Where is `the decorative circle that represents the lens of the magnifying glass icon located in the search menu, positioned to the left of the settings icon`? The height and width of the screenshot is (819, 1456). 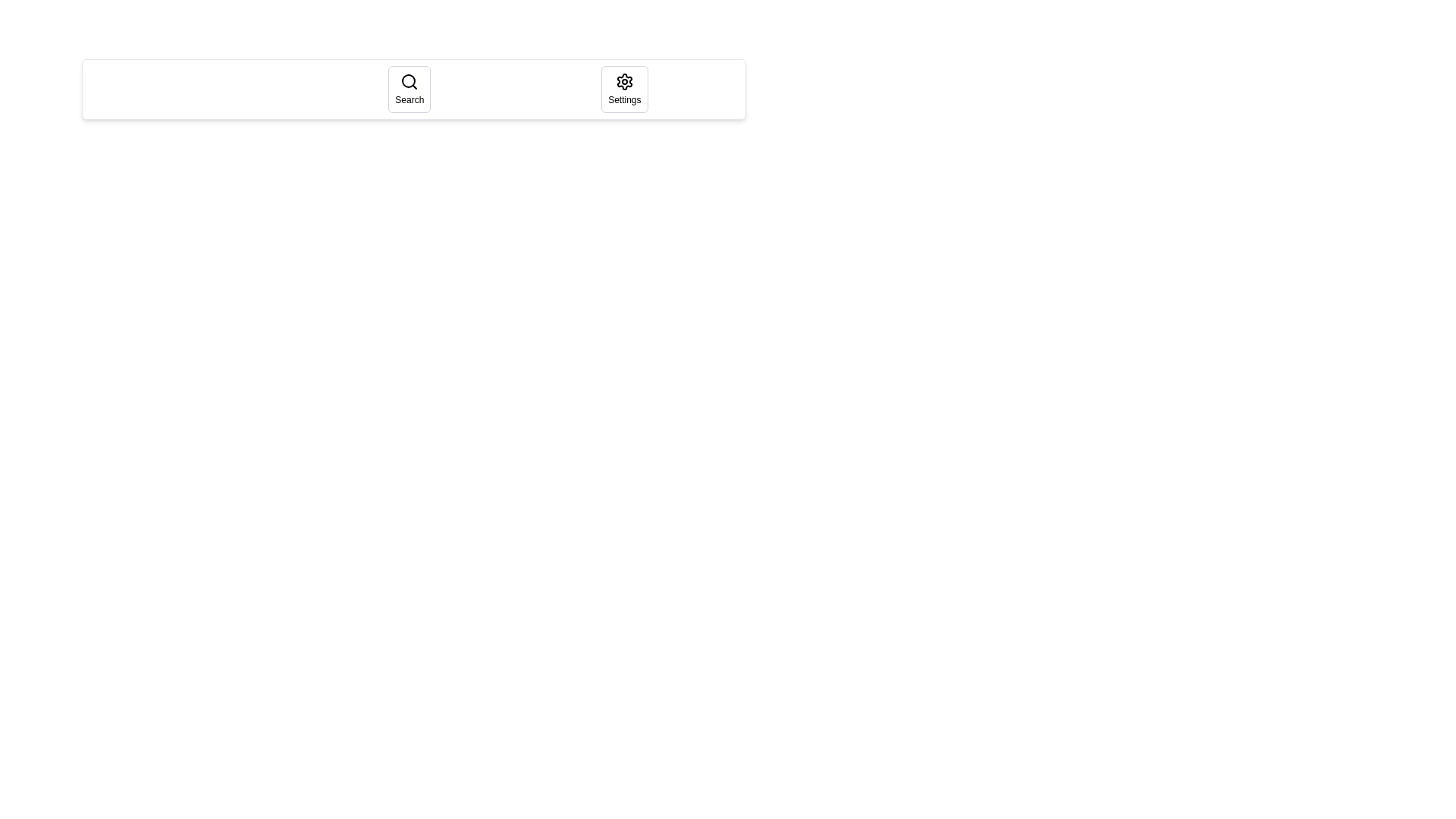 the decorative circle that represents the lens of the magnifying glass icon located in the search menu, positioned to the left of the settings icon is located at coordinates (409, 81).